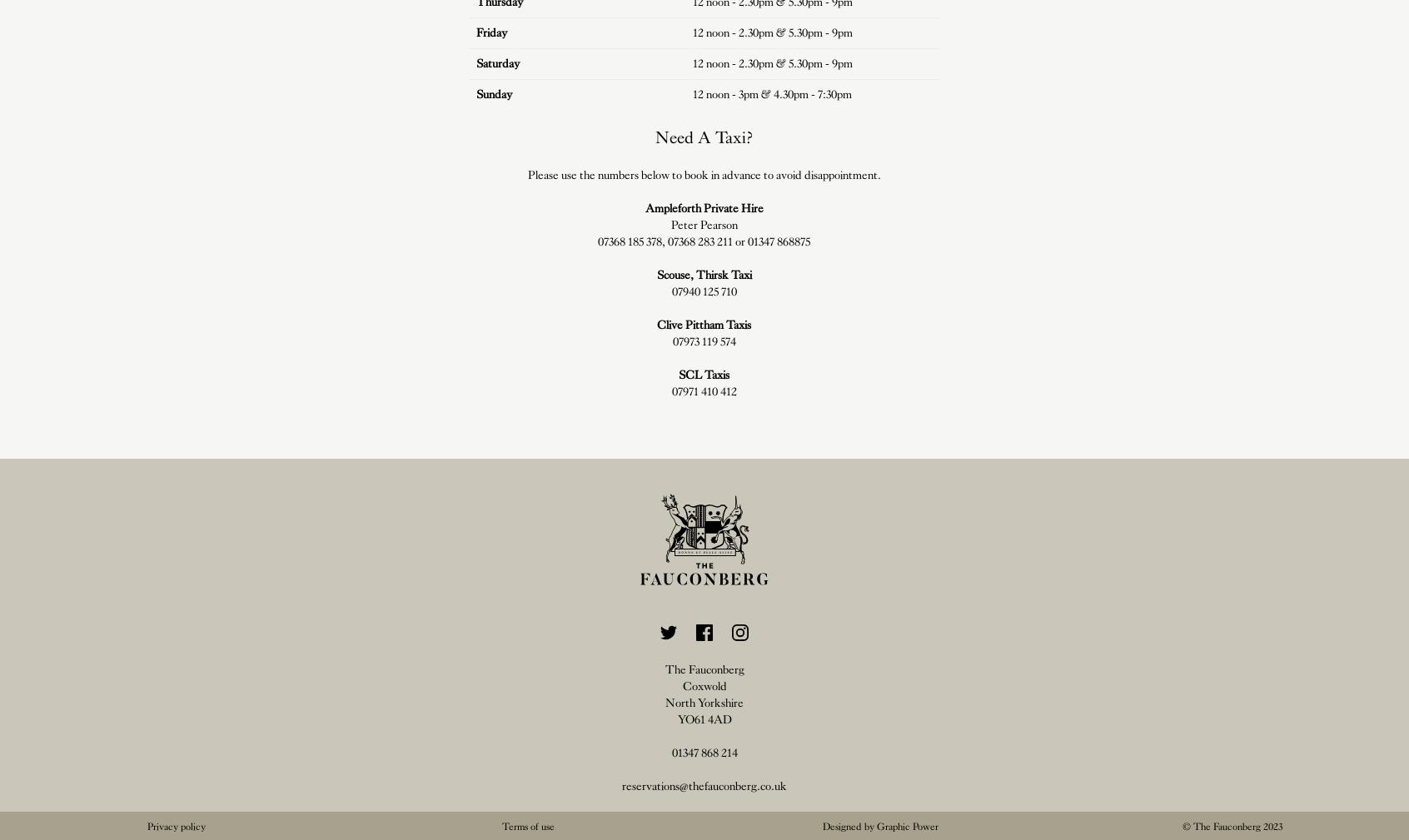  What do you see at coordinates (504, 62) in the screenshot?
I see `'urday'` at bounding box center [504, 62].